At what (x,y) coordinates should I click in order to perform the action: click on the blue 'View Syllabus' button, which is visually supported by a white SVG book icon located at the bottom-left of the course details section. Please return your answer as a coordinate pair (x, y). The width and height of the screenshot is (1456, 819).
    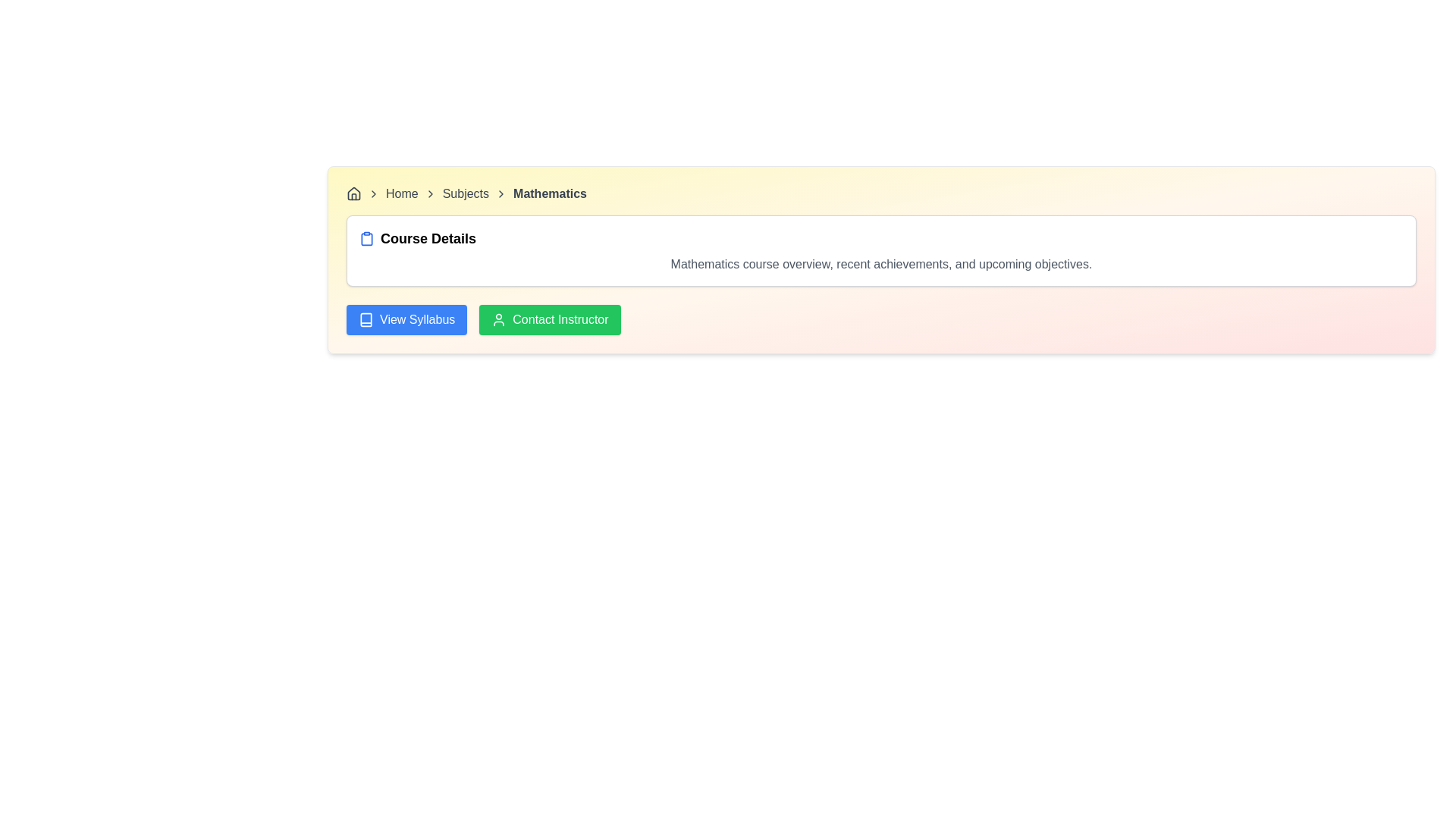
    Looking at the image, I should click on (366, 318).